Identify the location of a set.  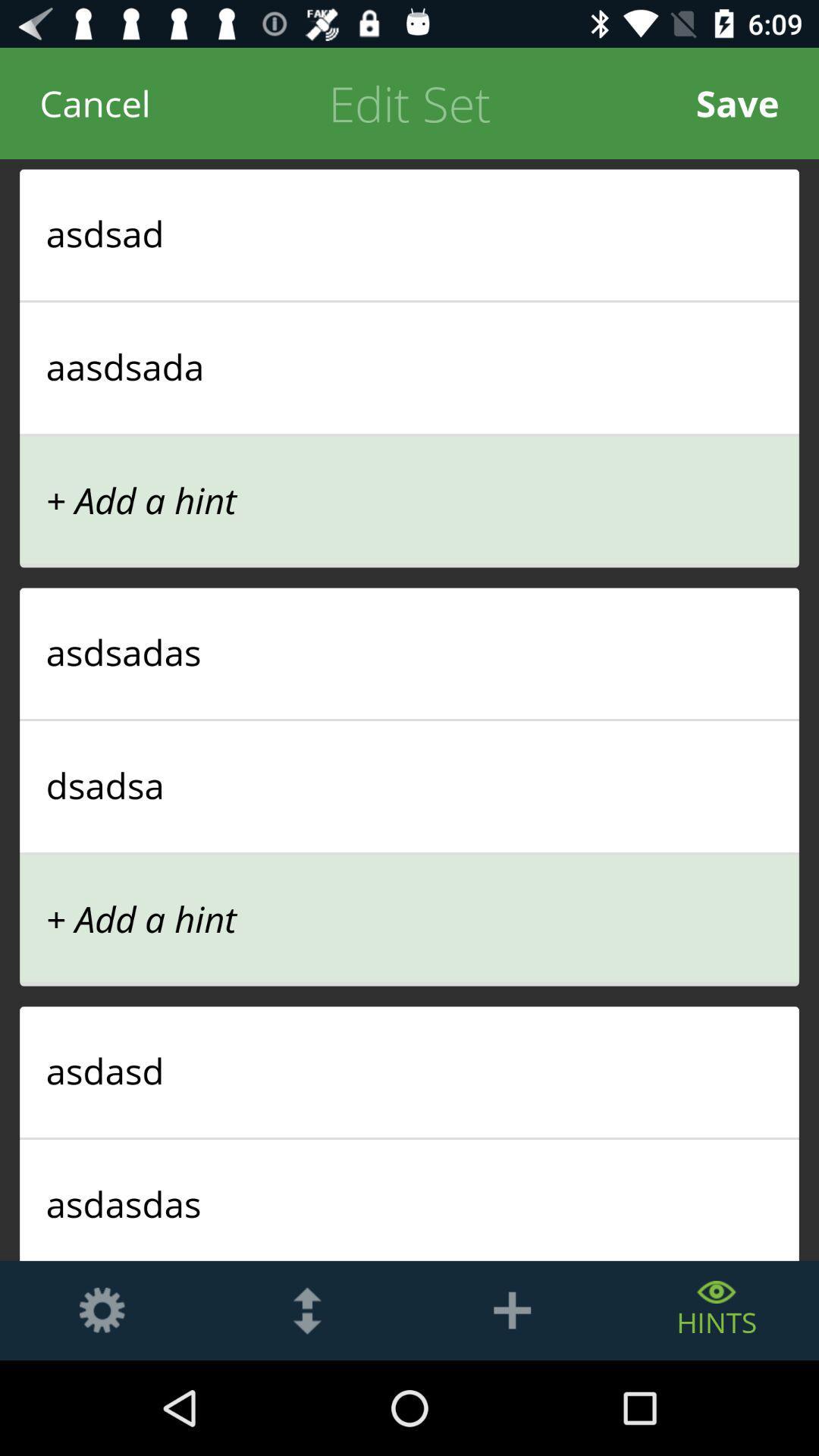
(512, 1310).